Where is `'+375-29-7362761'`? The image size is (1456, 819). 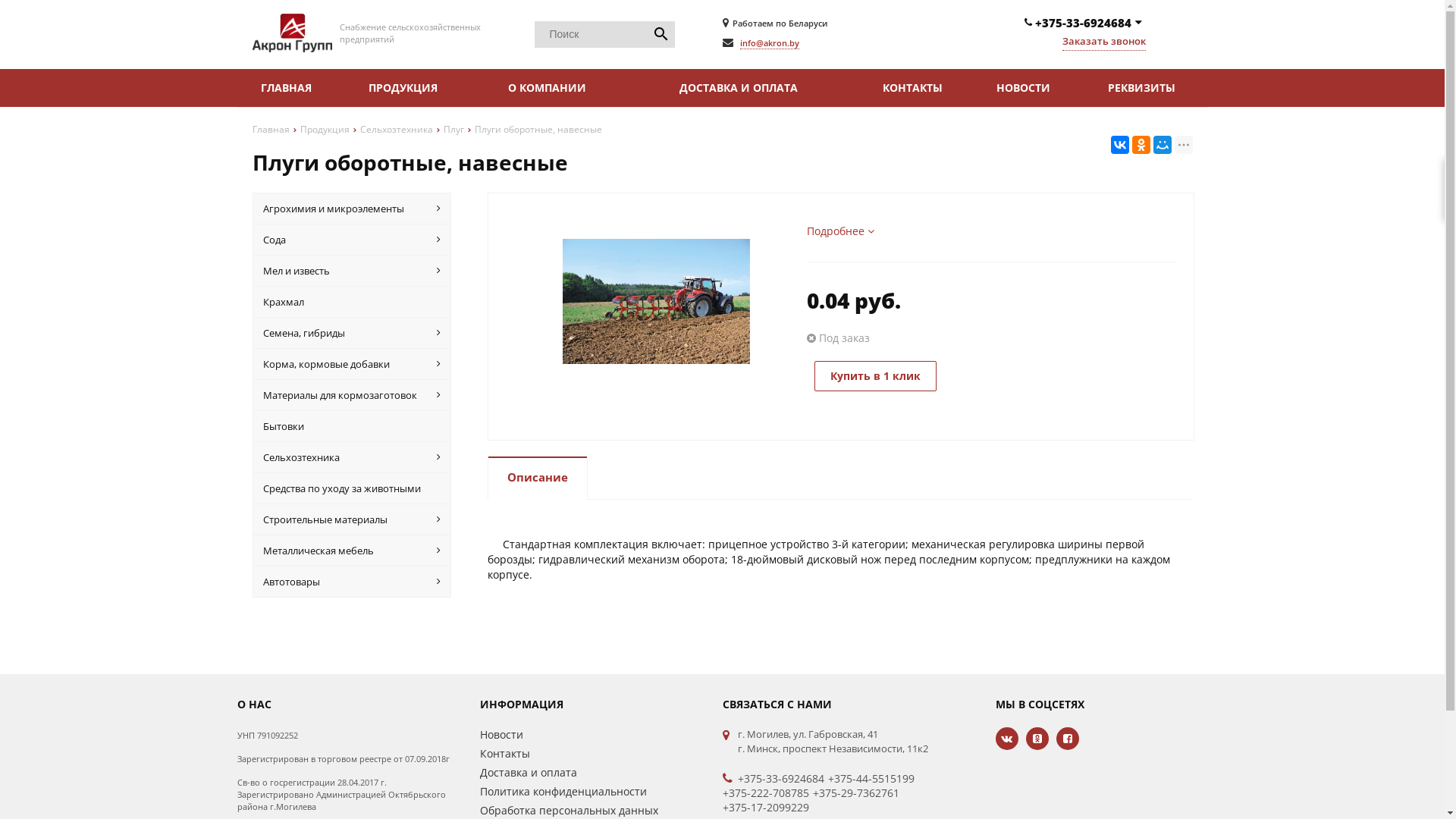 '+375-29-7362761' is located at coordinates (855, 792).